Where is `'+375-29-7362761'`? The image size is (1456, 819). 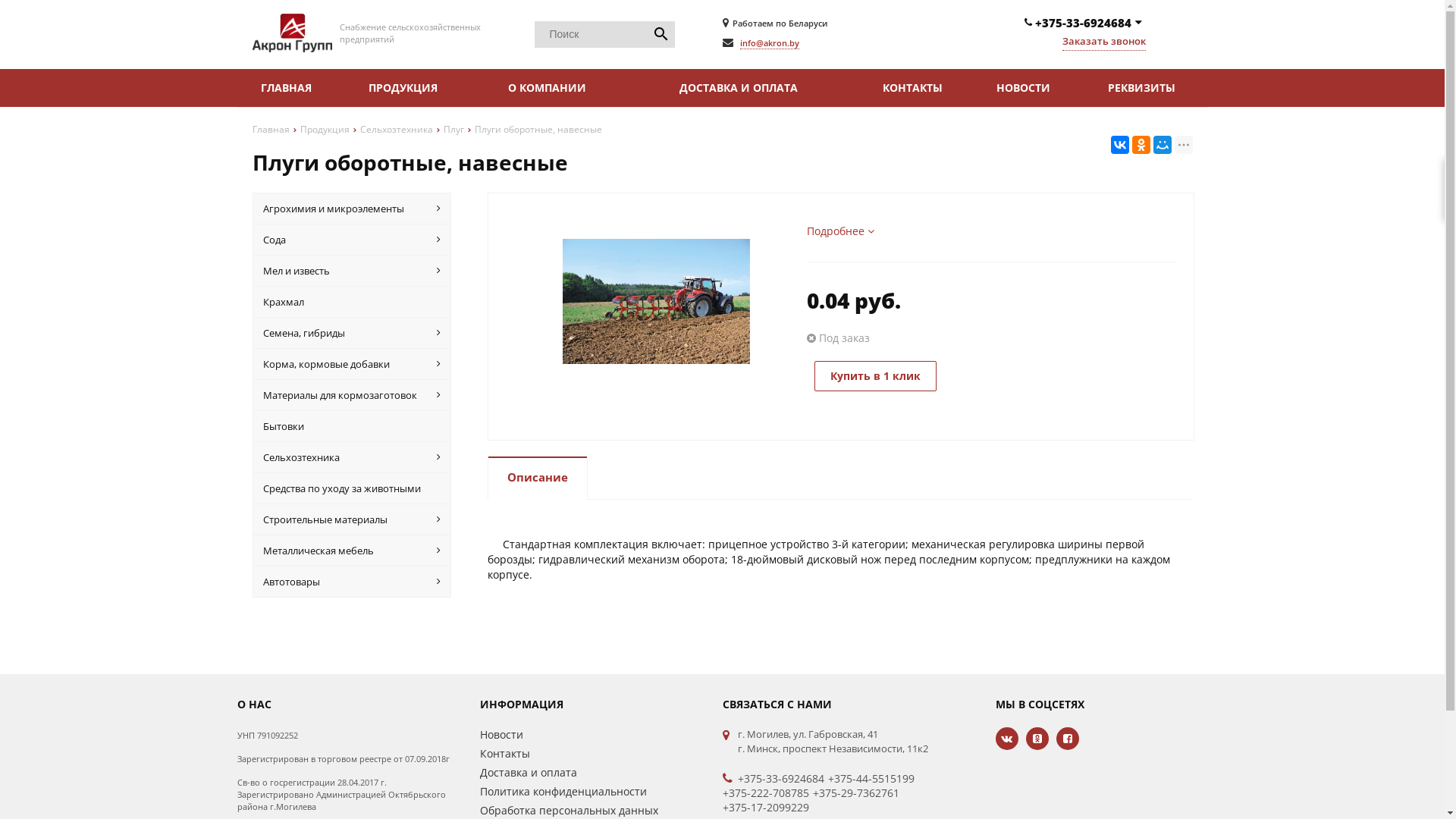 '+375-29-7362761' is located at coordinates (855, 792).